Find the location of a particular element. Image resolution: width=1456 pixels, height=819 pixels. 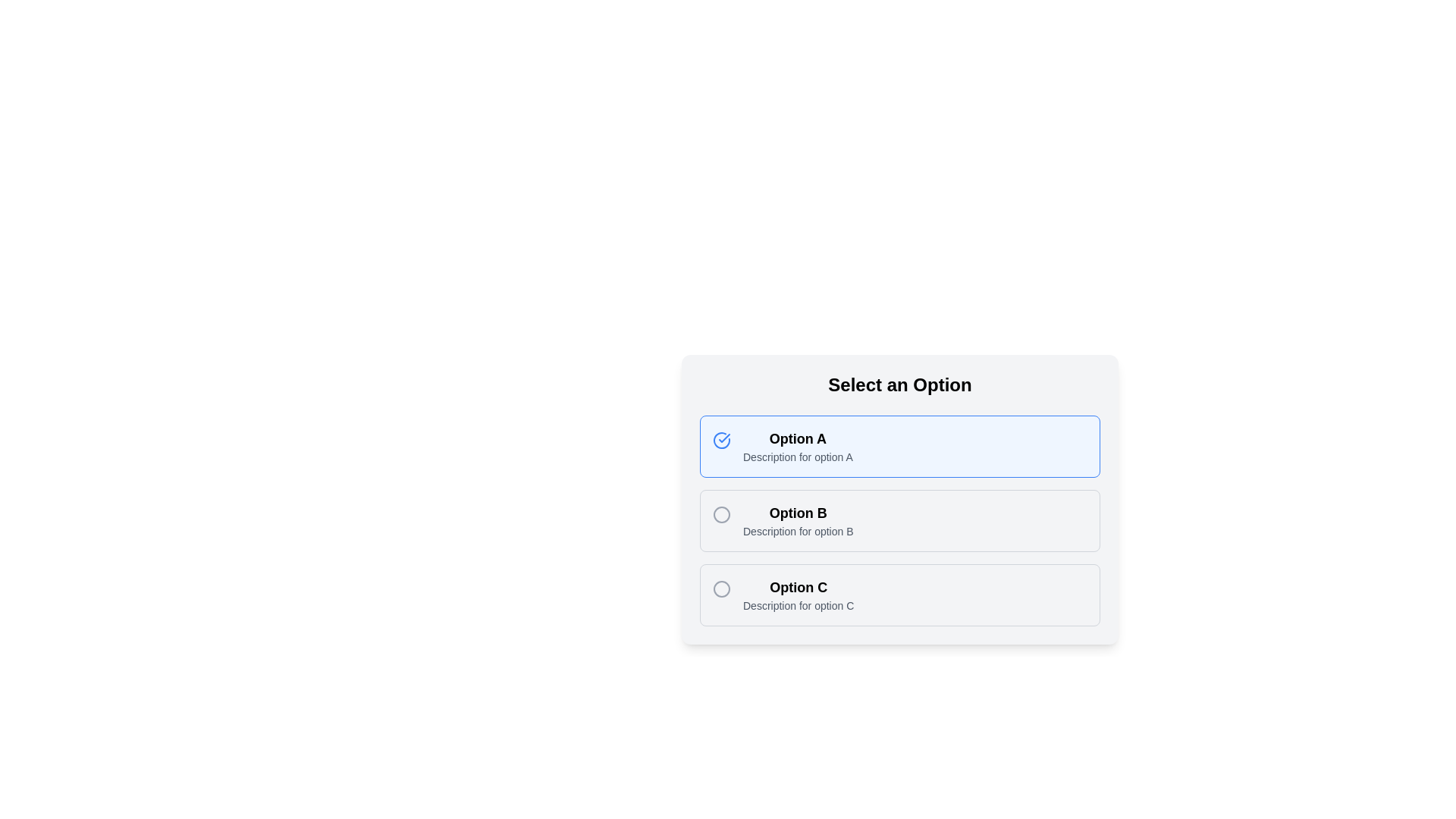

to select the second option in the centered selectable list item with a light gray background and white rounded borders, which is located directly below 'Option A' is located at coordinates (899, 500).